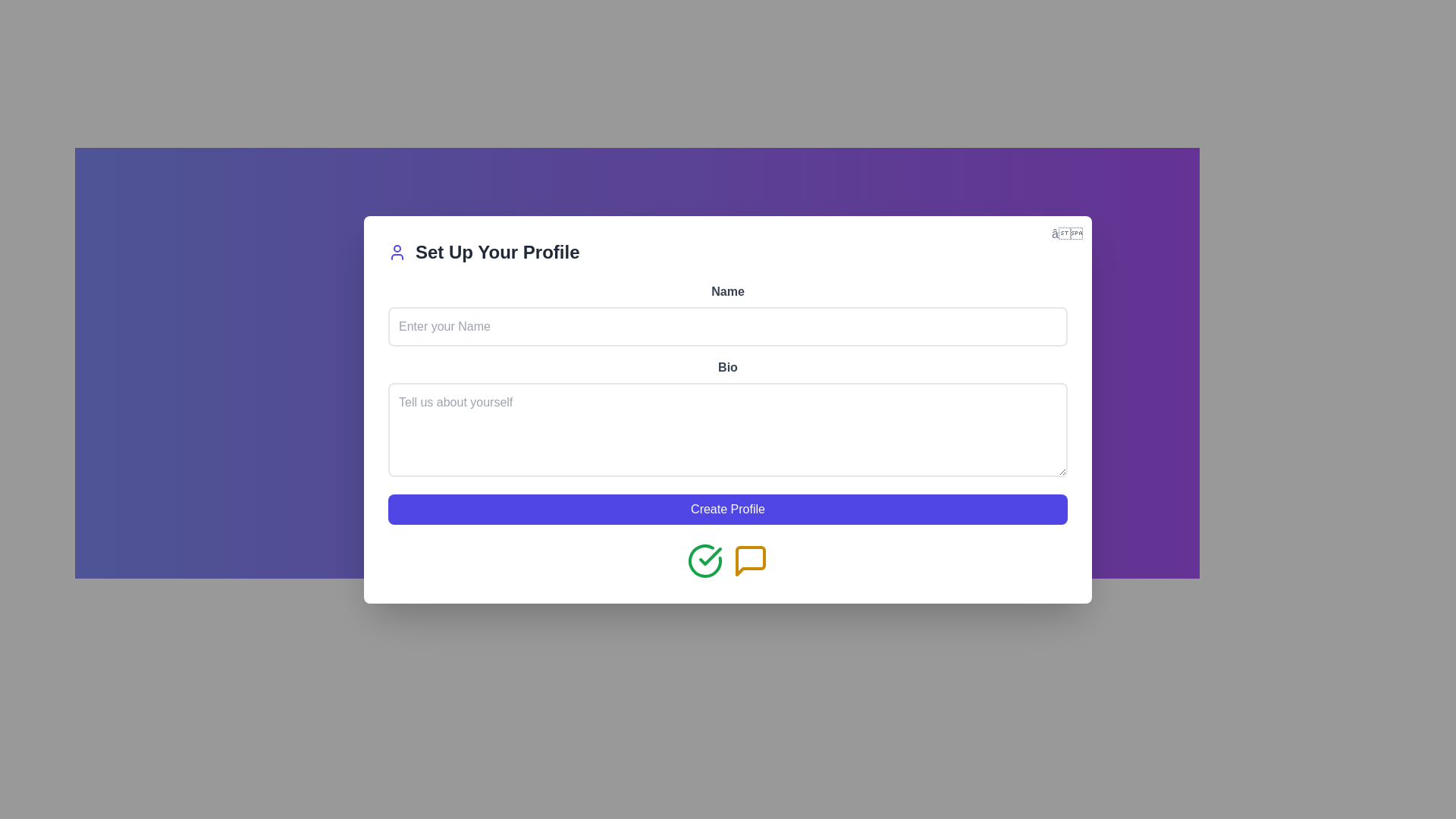 This screenshot has height=819, width=1456. What do you see at coordinates (704, 560) in the screenshot?
I see `the success confirmation icon located at the bottom-center of the interface, to the left of the 'Create Profile' button` at bounding box center [704, 560].